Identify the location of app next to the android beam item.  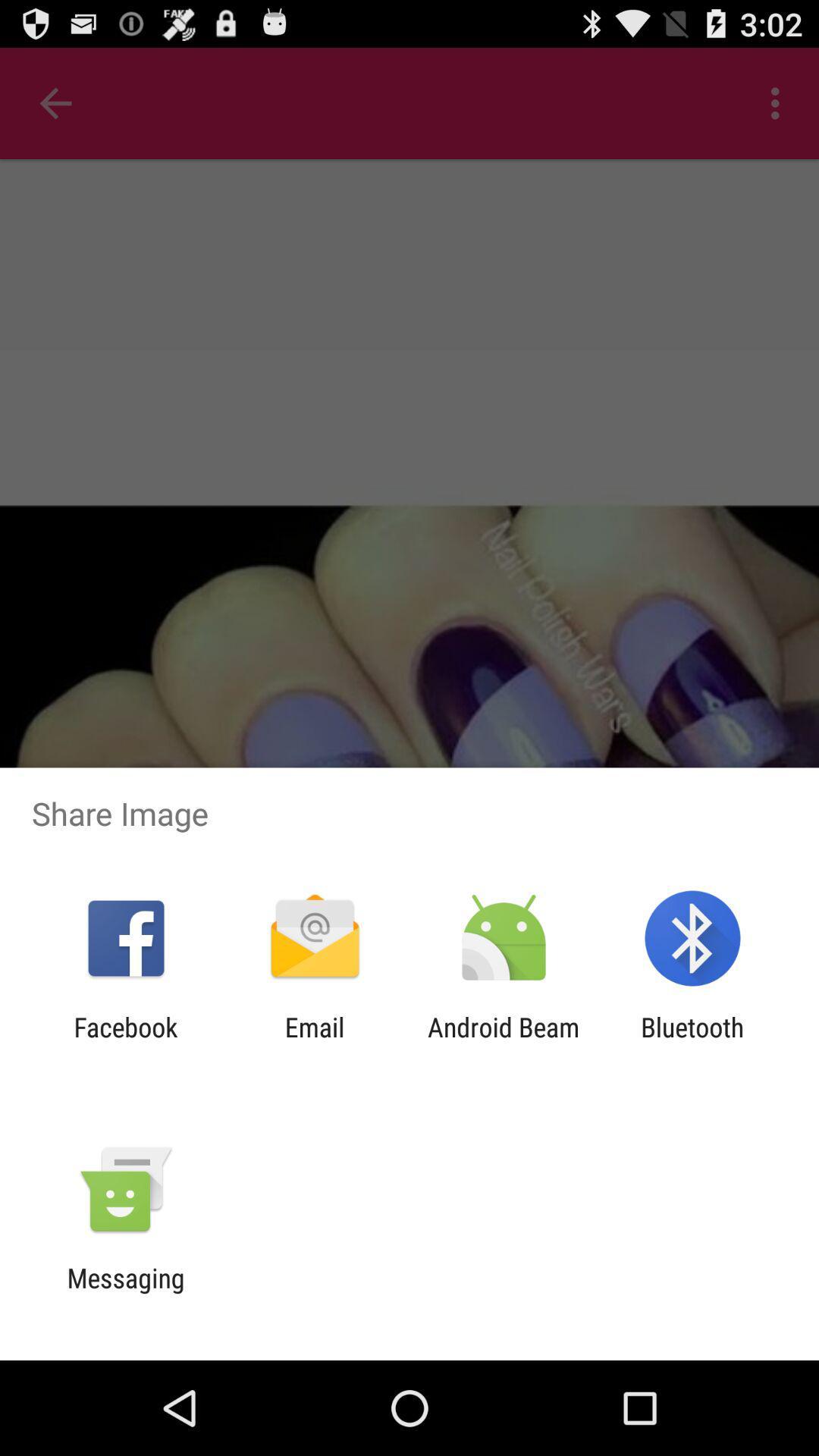
(692, 1042).